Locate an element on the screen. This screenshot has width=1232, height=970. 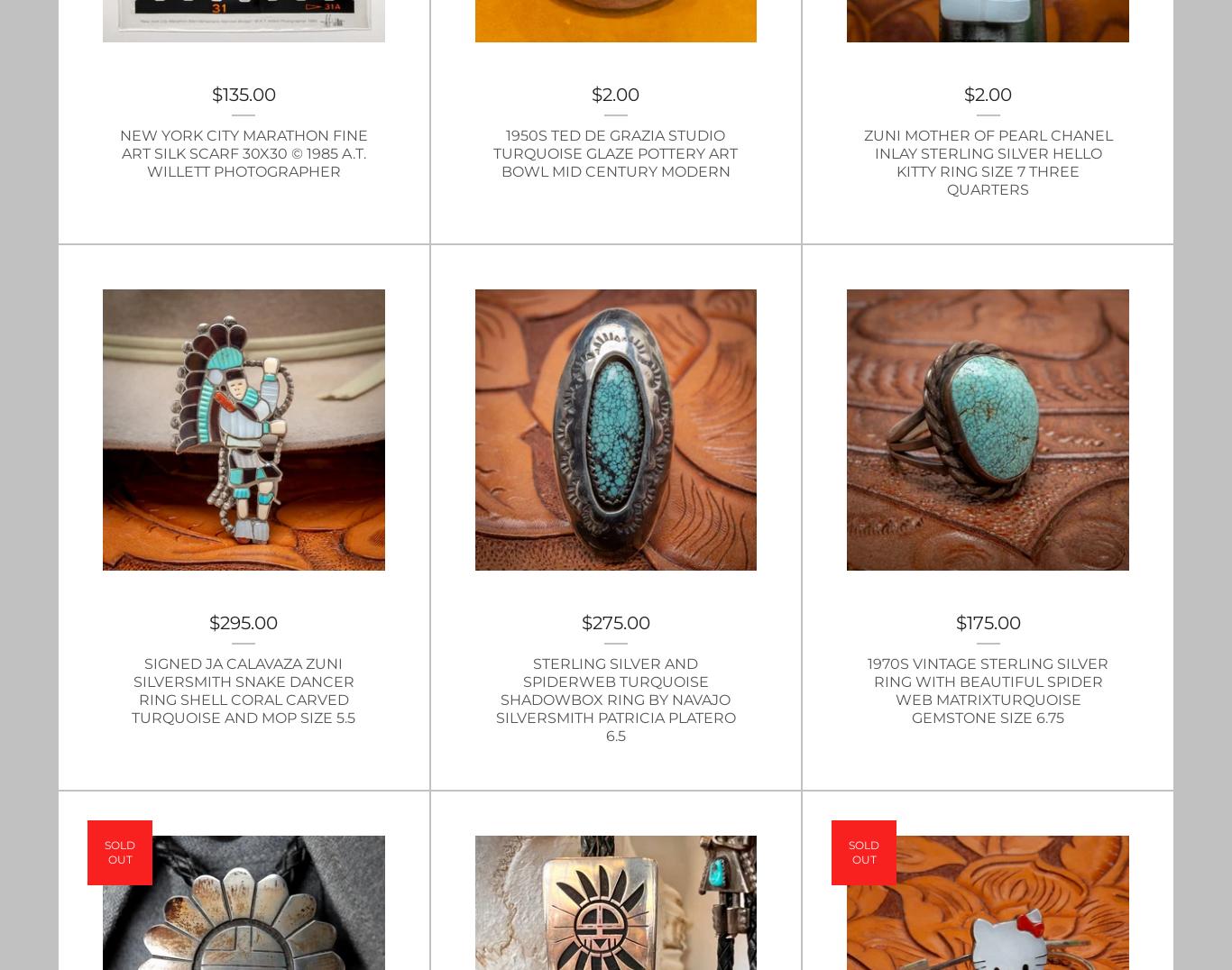
'New York City Marathon Fine Art Silk Scarf 30X30 © 1985 A.T. Willett Photographer' is located at coordinates (243, 152).